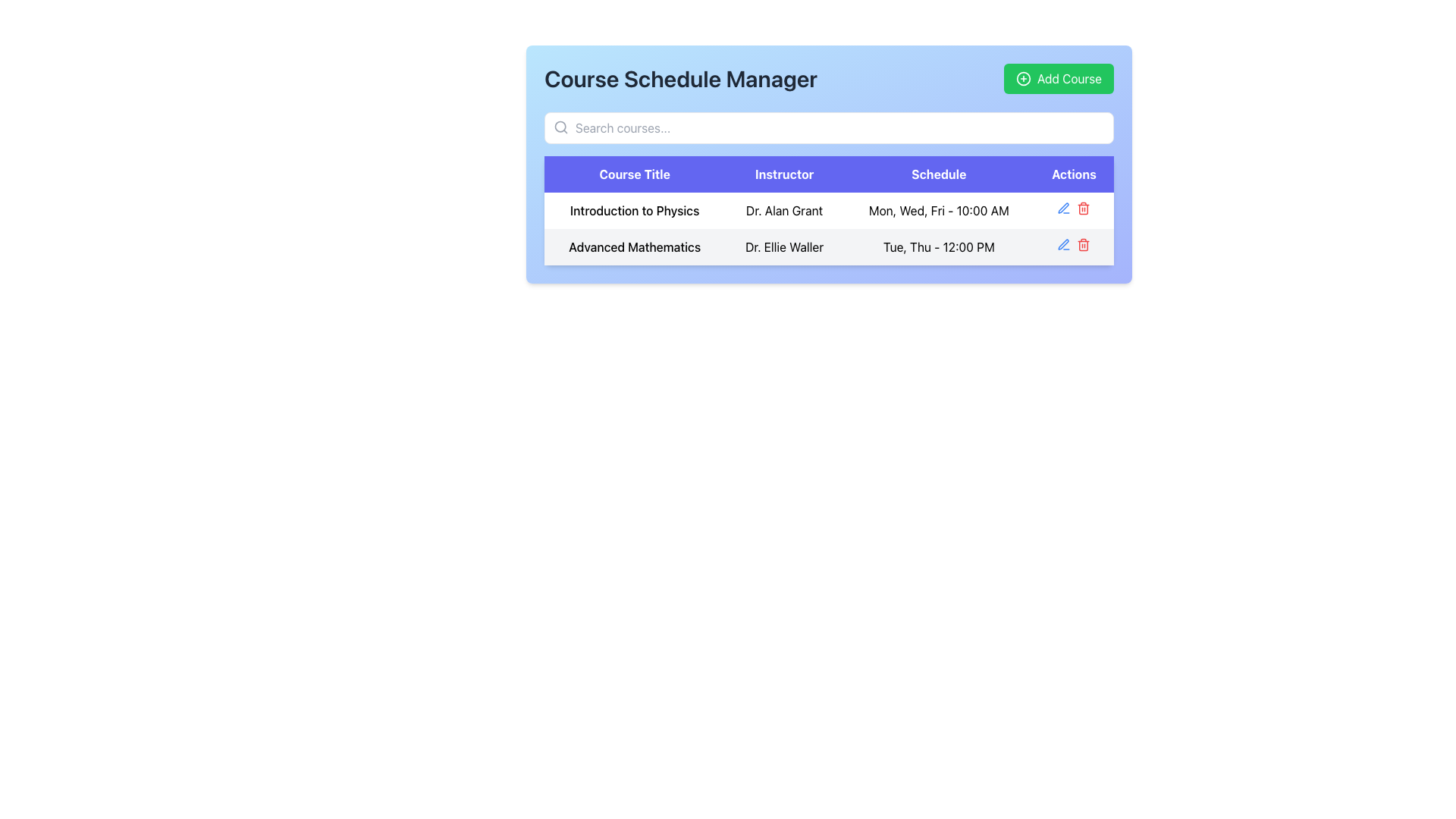 The image size is (1456, 819). Describe the element at coordinates (1083, 209) in the screenshot. I see `the trash bin icon representing the delete action for the 'Advanced Mathematics' course located in the 'Actions' column of the table` at that location.